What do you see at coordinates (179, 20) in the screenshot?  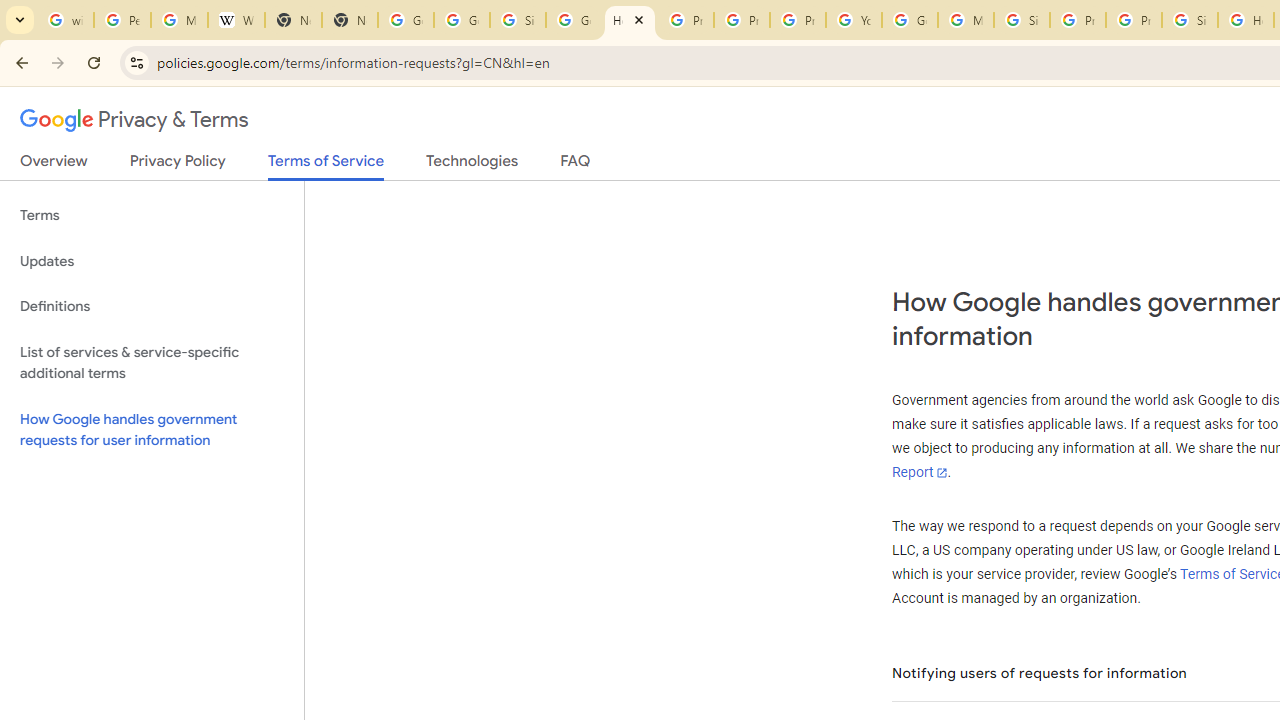 I see `'Manage your Location History - Google Search Help'` at bounding box center [179, 20].